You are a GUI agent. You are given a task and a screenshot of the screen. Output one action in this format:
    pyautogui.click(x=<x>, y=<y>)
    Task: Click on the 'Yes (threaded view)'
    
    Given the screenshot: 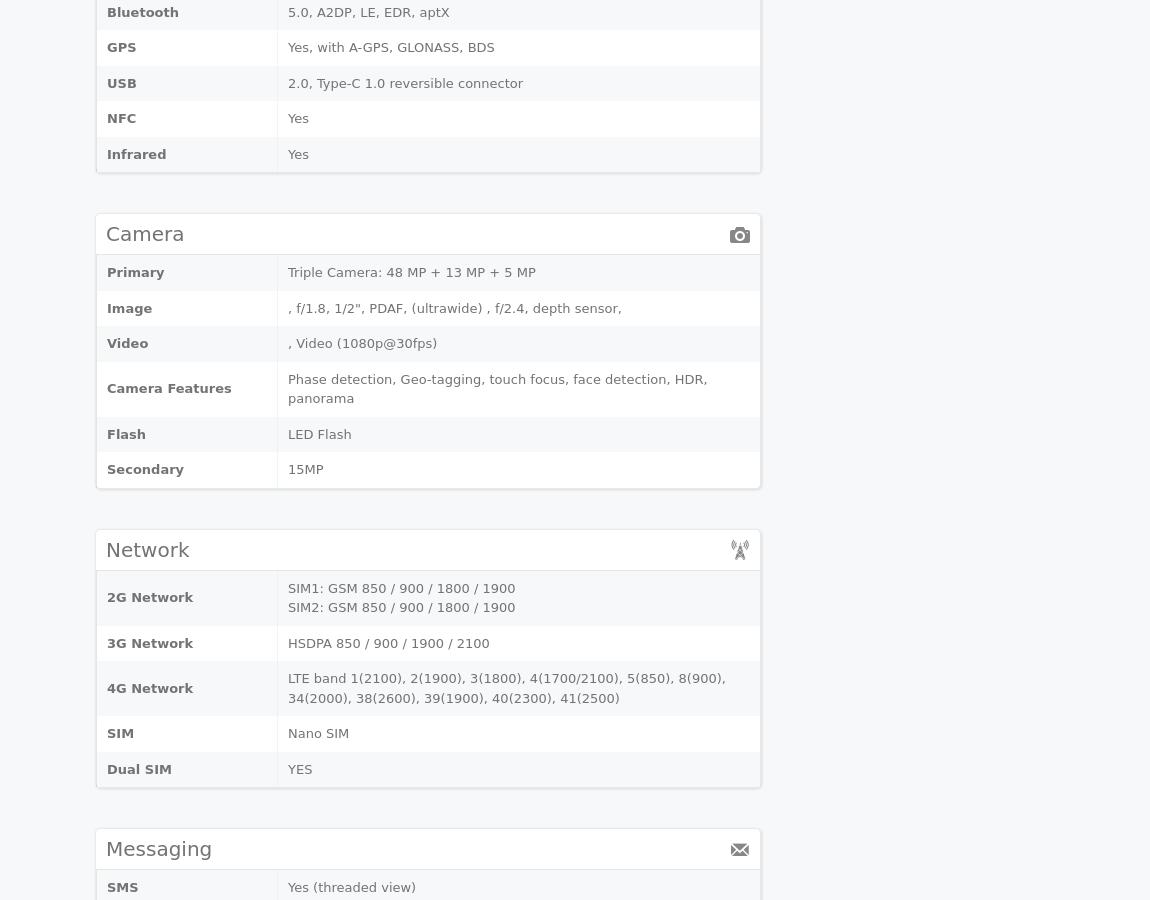 What is the action you would take?
    pyautogui.click(x=352, y=887)
    